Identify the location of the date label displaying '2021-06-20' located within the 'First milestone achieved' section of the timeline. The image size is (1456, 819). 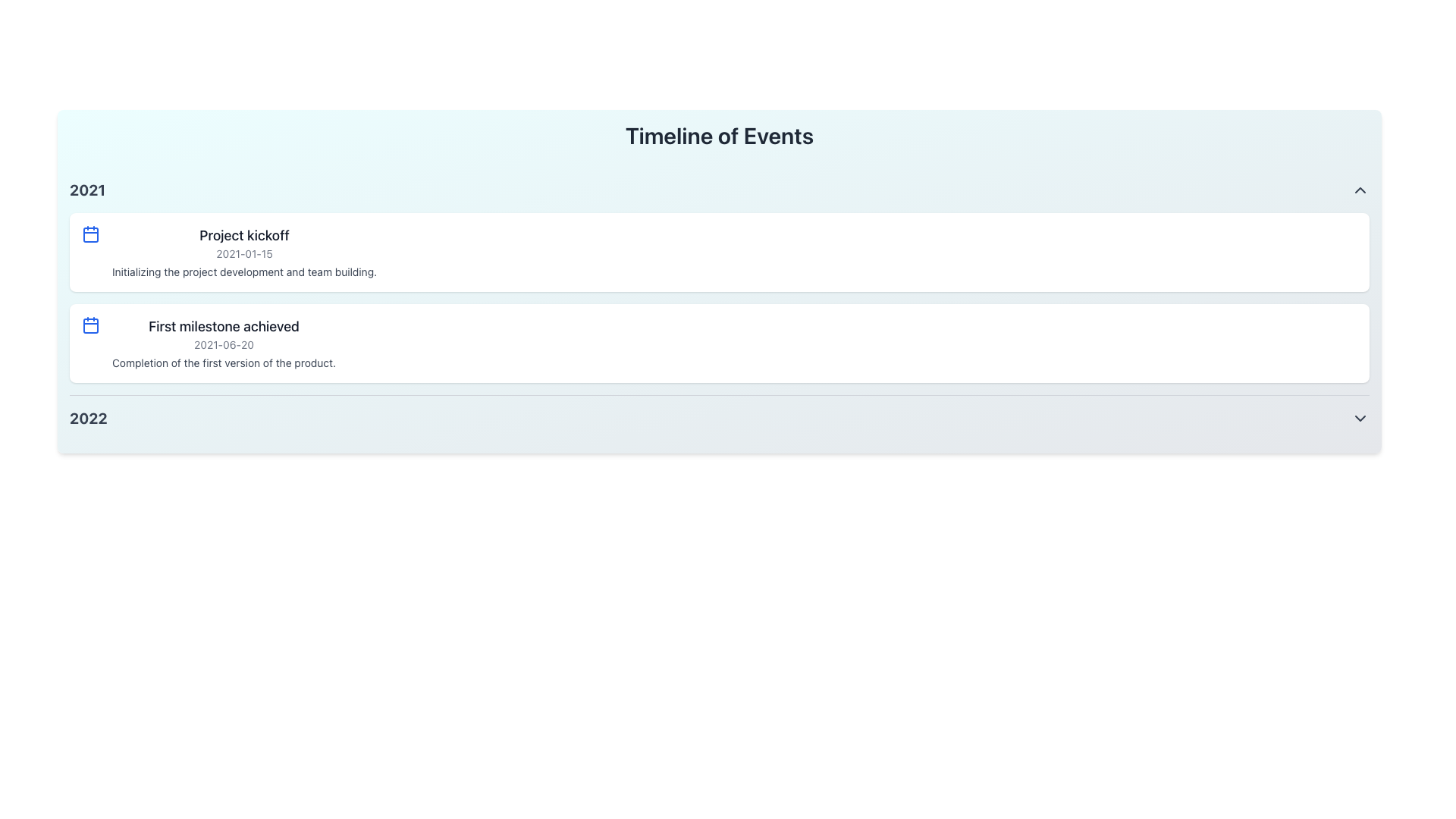
(223, 345).